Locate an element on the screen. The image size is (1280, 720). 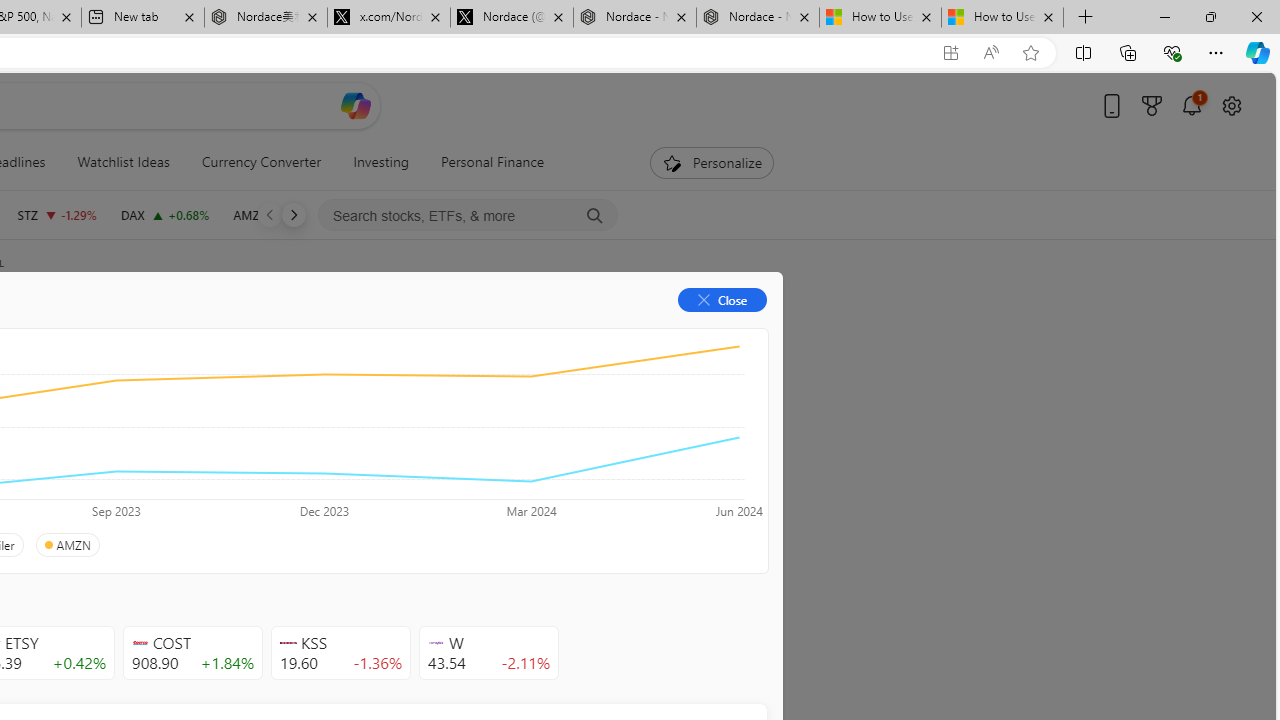
'x.com/NordaceOfficial' is located at coordinates (389, 17).